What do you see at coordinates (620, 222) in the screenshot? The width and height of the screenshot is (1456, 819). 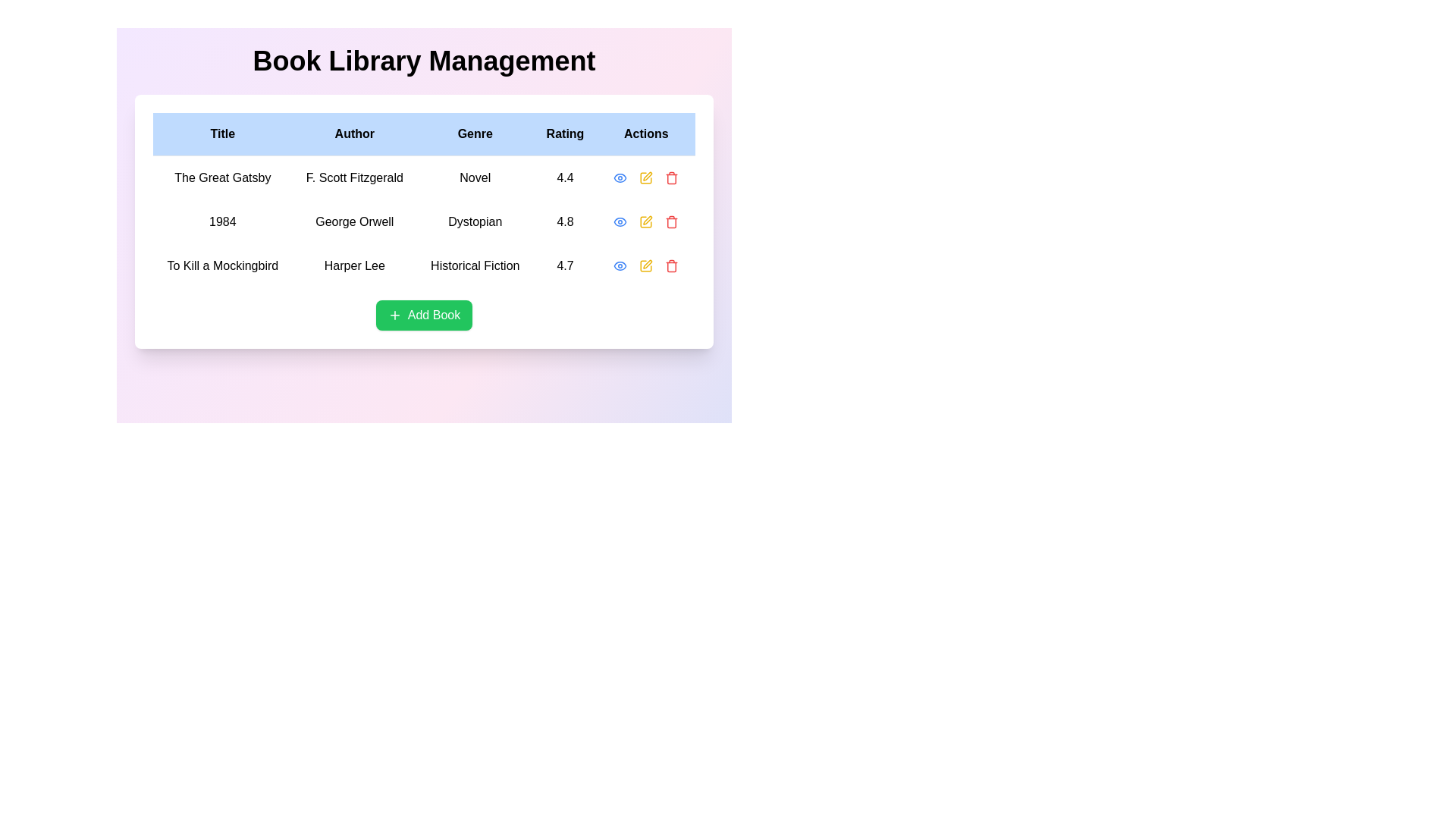 I see `the Icon button located in the 'Actions' column of the first row within the table, which allows users` at bounding box center [620, 222].